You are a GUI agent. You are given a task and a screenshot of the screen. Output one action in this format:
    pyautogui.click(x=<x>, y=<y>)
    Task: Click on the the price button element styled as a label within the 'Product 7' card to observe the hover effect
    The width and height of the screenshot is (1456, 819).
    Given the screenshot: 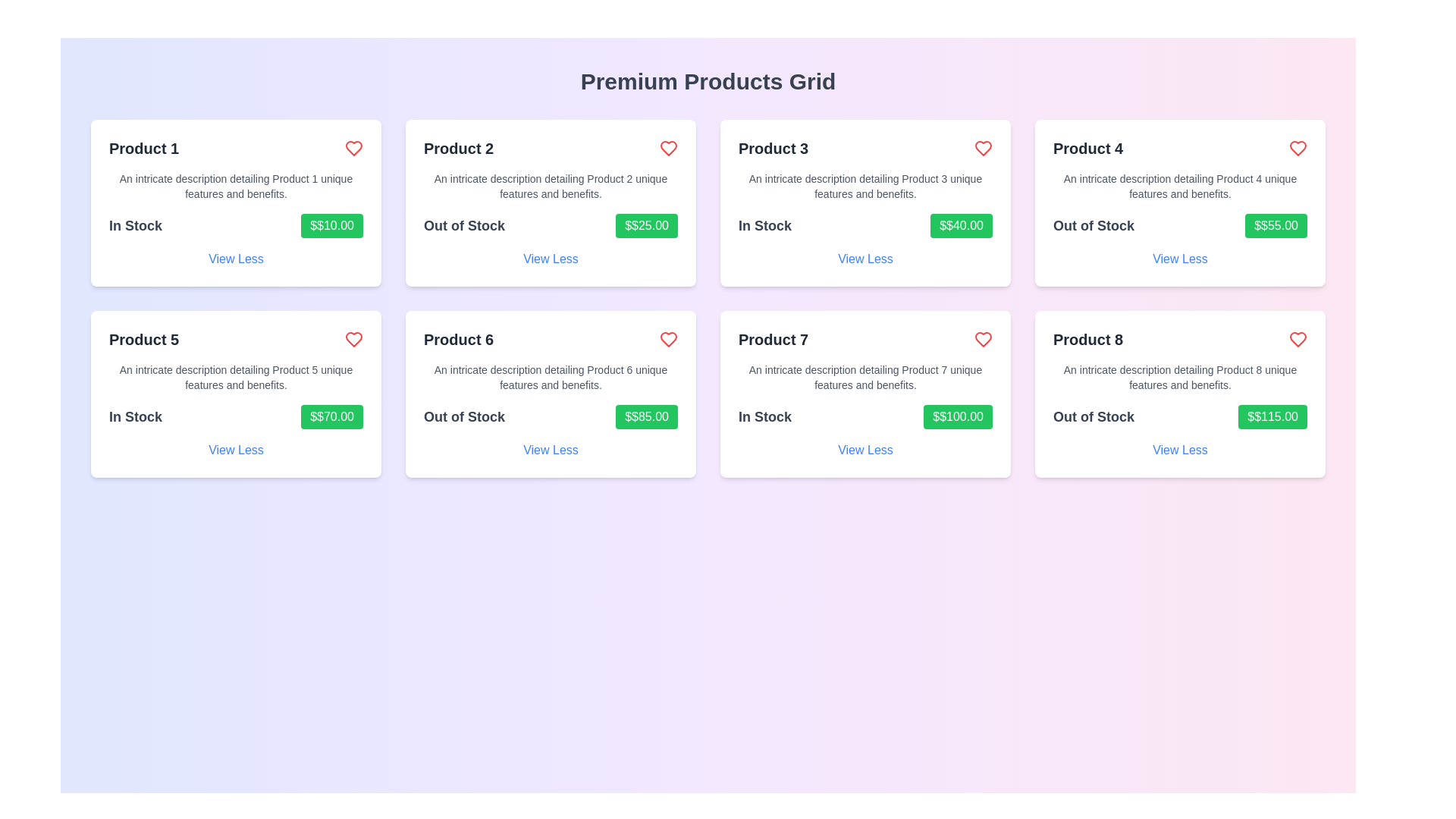 What is the action you would take?
    pyautogui.click(x=957, y=417)
    